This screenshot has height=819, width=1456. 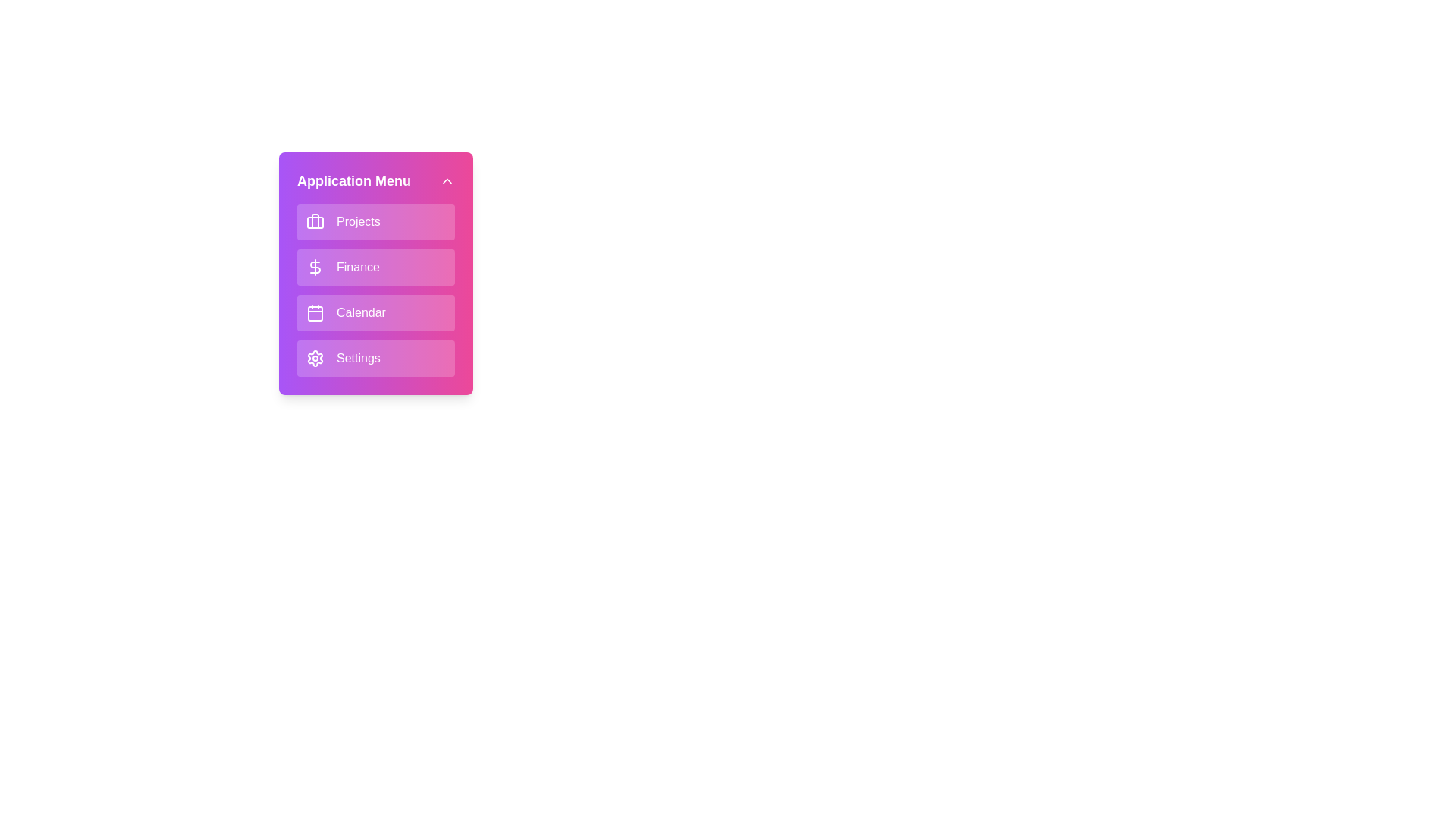 What do you see at coordinates (375, 312) in the screenshot?
I see `the menu item Calendar by clicking on it` at bounding box center [375, 312].